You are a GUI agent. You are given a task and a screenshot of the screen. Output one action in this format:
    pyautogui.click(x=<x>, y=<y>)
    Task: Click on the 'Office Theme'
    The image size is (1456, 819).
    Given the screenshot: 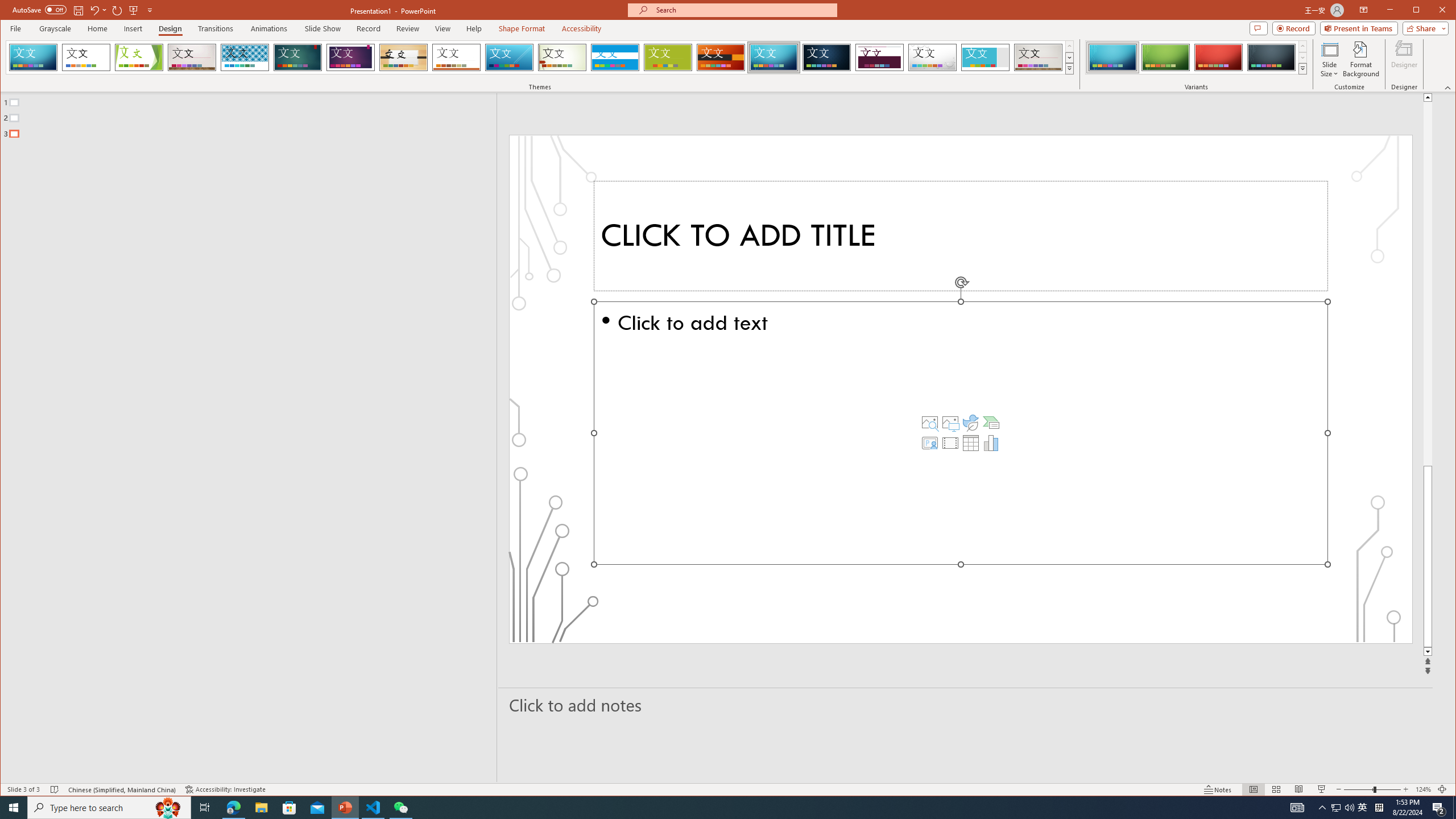 What is the action you would take?
    pyautogui.click(x=85, y=57)
    